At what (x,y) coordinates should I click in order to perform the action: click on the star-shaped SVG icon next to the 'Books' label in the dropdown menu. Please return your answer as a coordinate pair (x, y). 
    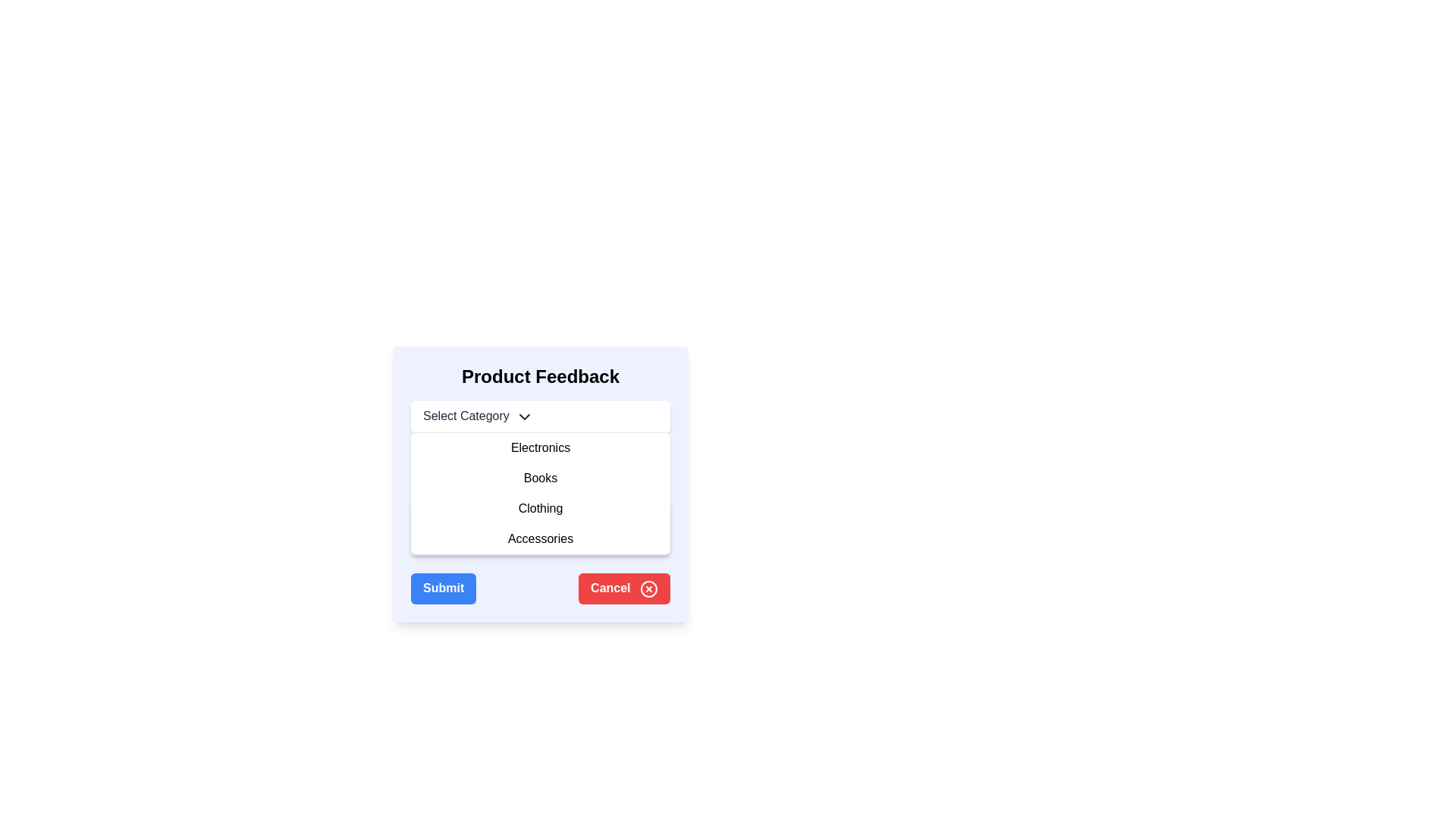
    Looking at the image, I should click on (522, 481).